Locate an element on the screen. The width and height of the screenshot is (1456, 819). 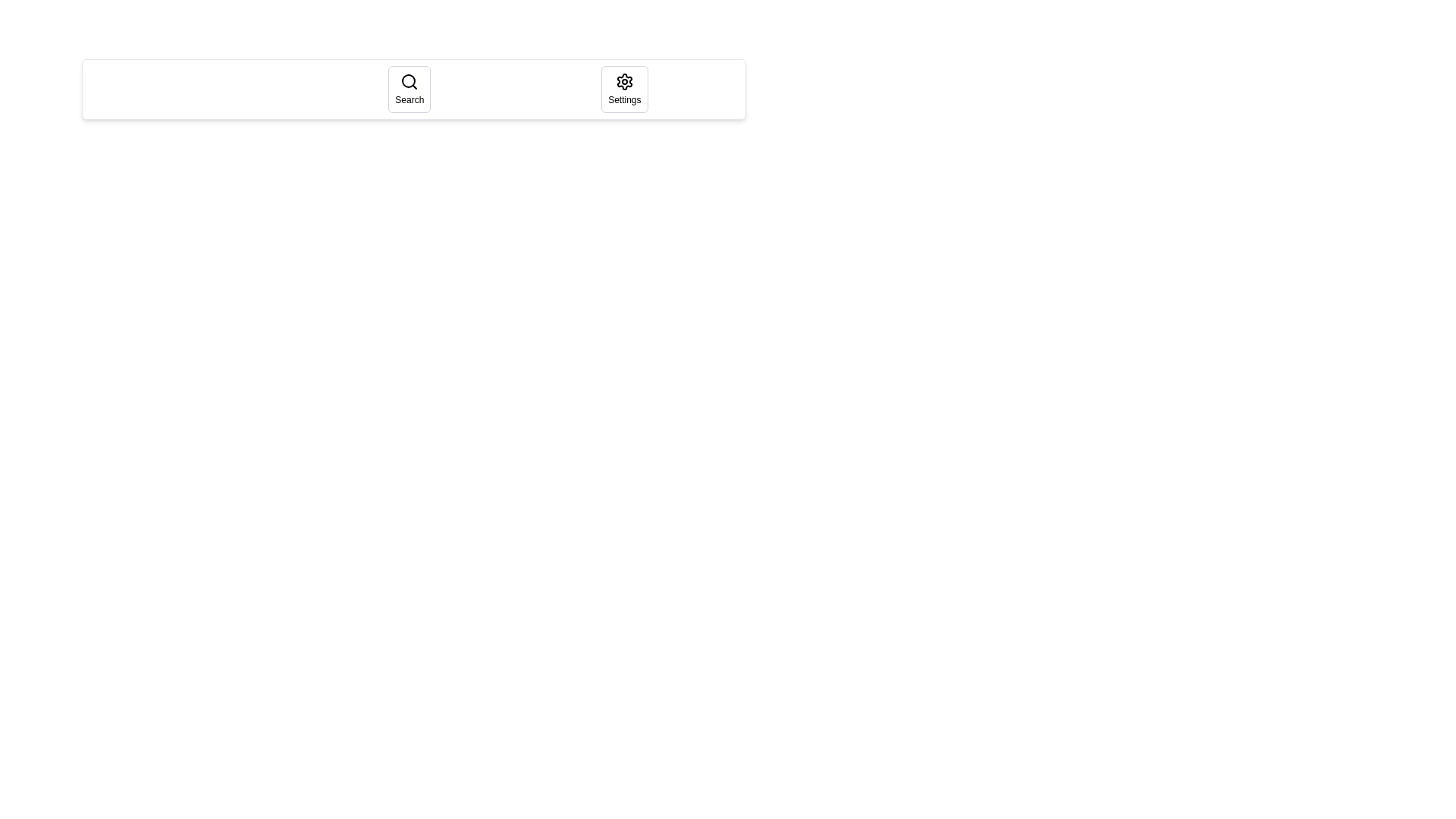
the third interactive button in the group of three, which navigates to the settings page is located at coordinates (624, 89).